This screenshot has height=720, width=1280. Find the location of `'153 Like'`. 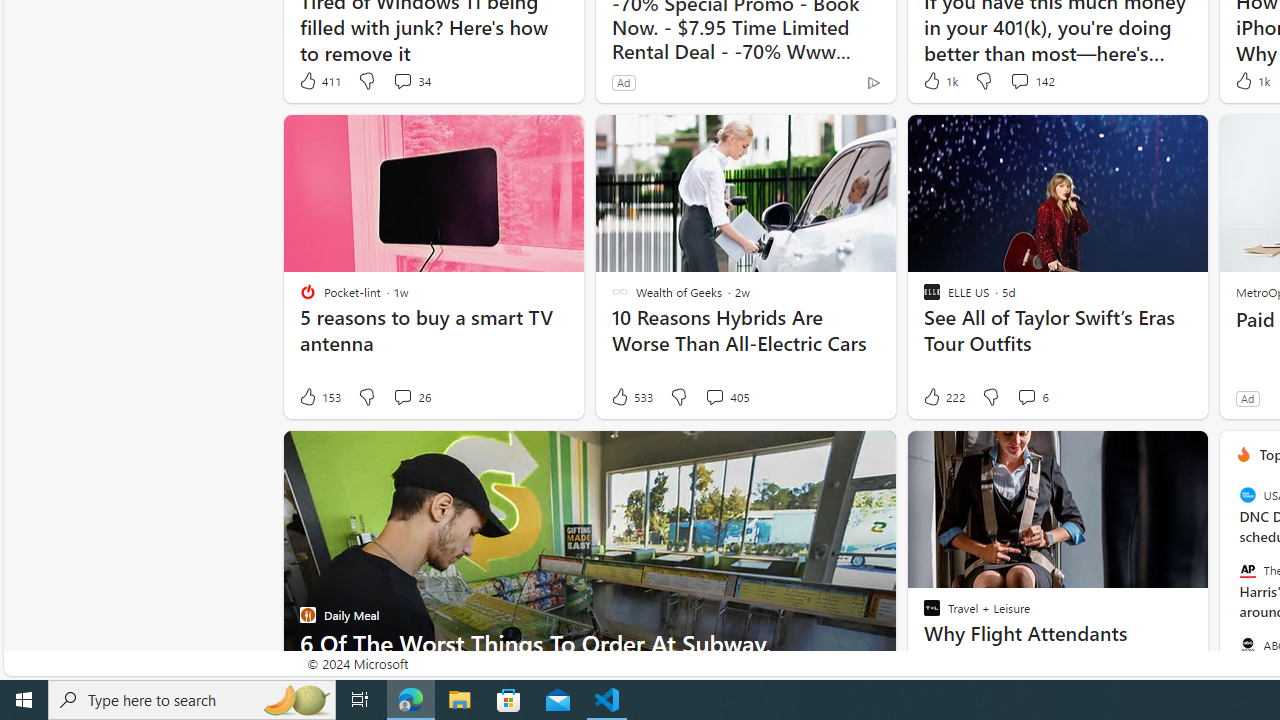

'153 Like' is located at coordinates (318, 397).